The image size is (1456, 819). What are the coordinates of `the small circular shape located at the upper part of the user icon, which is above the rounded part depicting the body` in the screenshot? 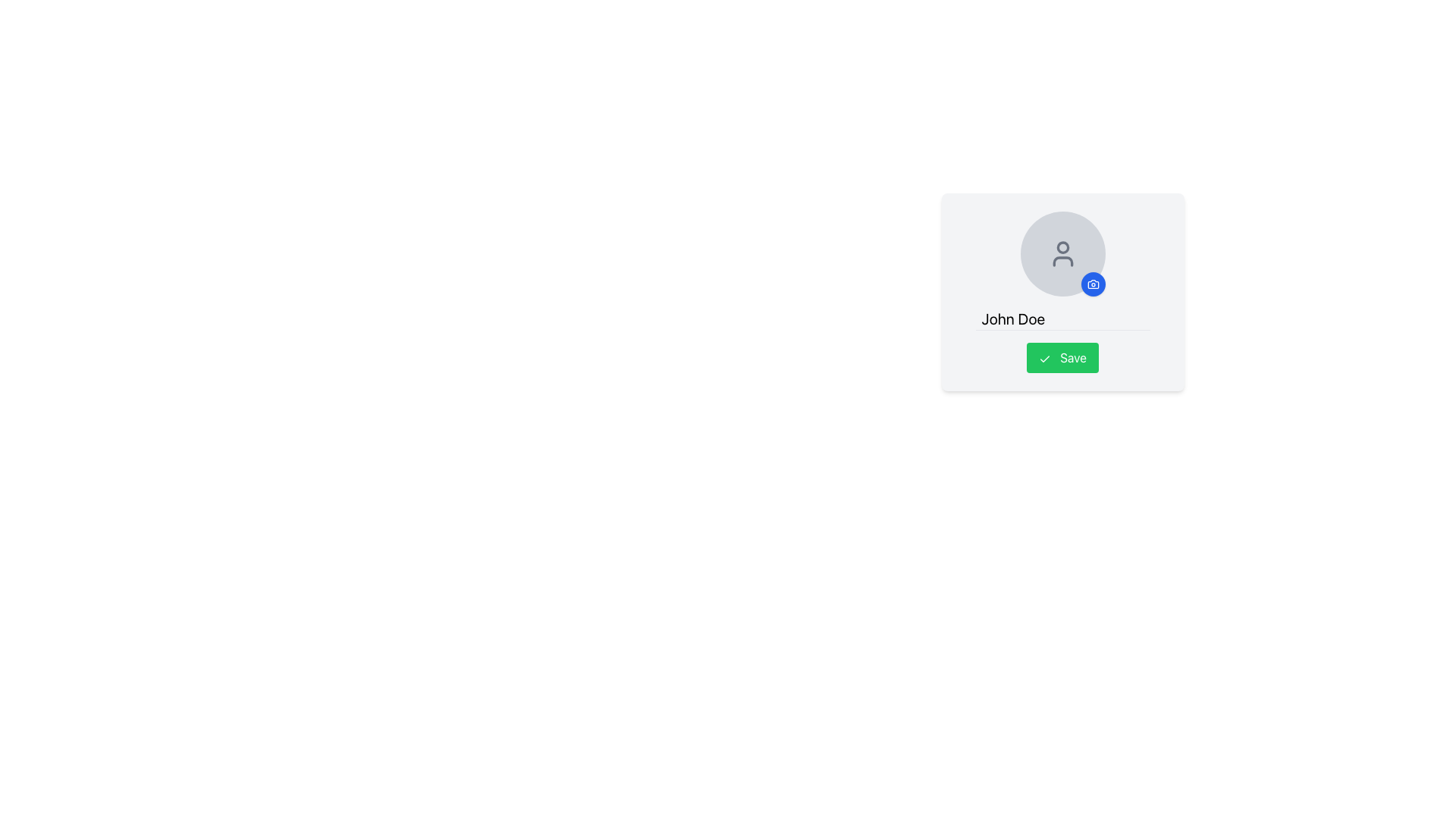 It's located at (1062, 246).